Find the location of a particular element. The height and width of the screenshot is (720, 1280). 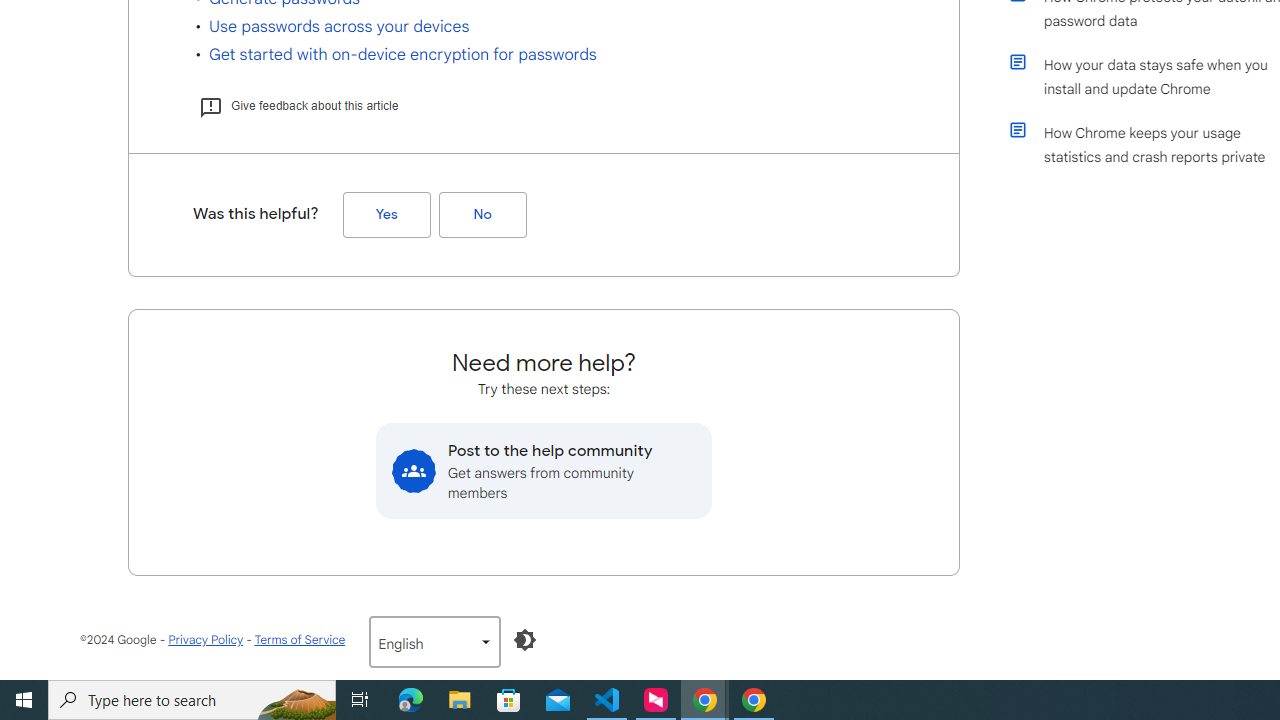

'Yes (Was this helpful?)' is located at coordinates (386, 215).